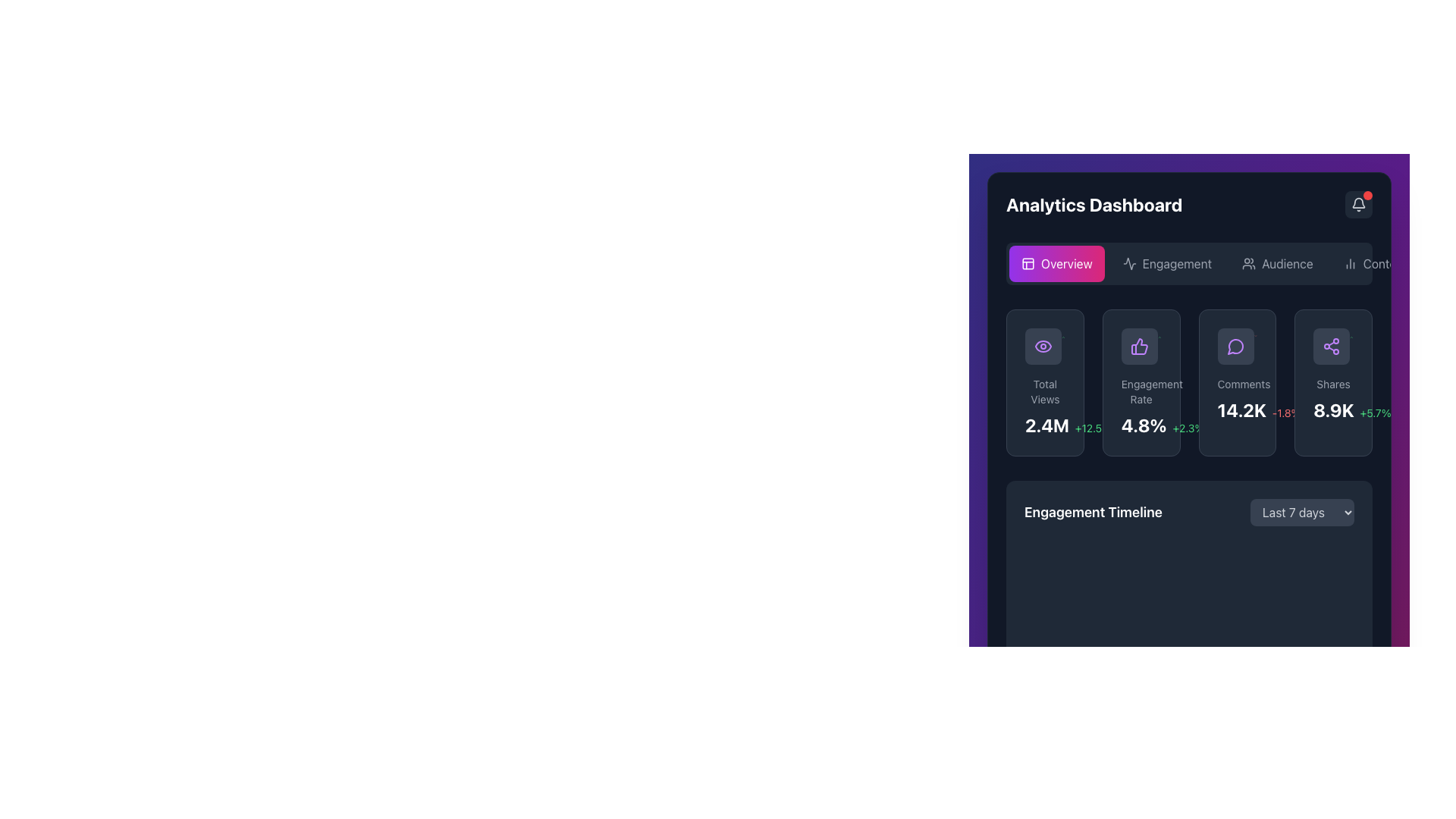 This screenshot has width=1456, height=819. Describe the element at coordinates (1301, 512) in the screenshot. I see `the dropdown button for engagement metrics located to the right of the title text 'Engagement Timeline'` at that location.